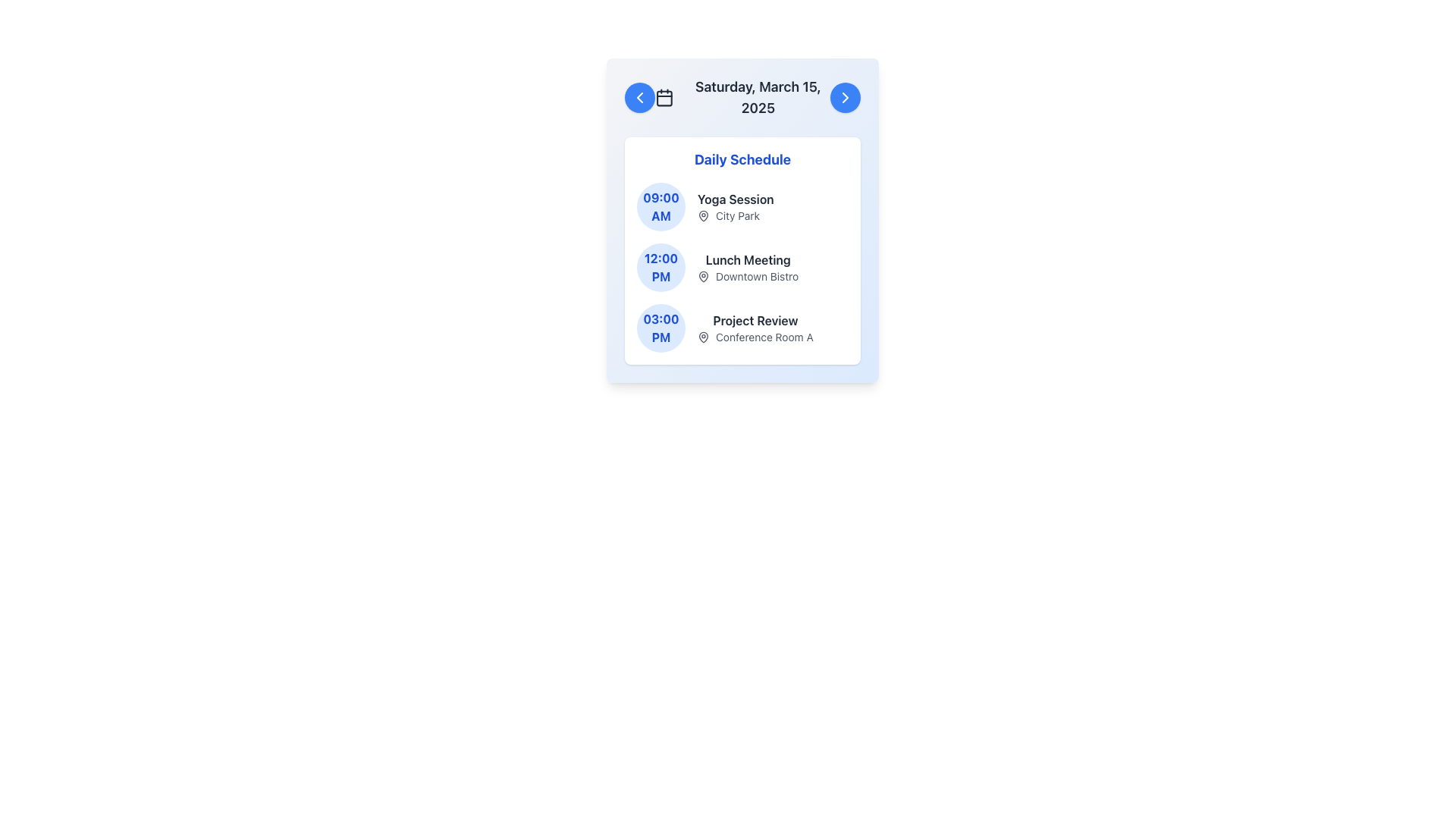  Describe the element at coordinates (661, 207) in the screenshot. I see `the Circular Time Indicator that visually represents the time '09:00 AM' for the Yoga Session event` at that location.